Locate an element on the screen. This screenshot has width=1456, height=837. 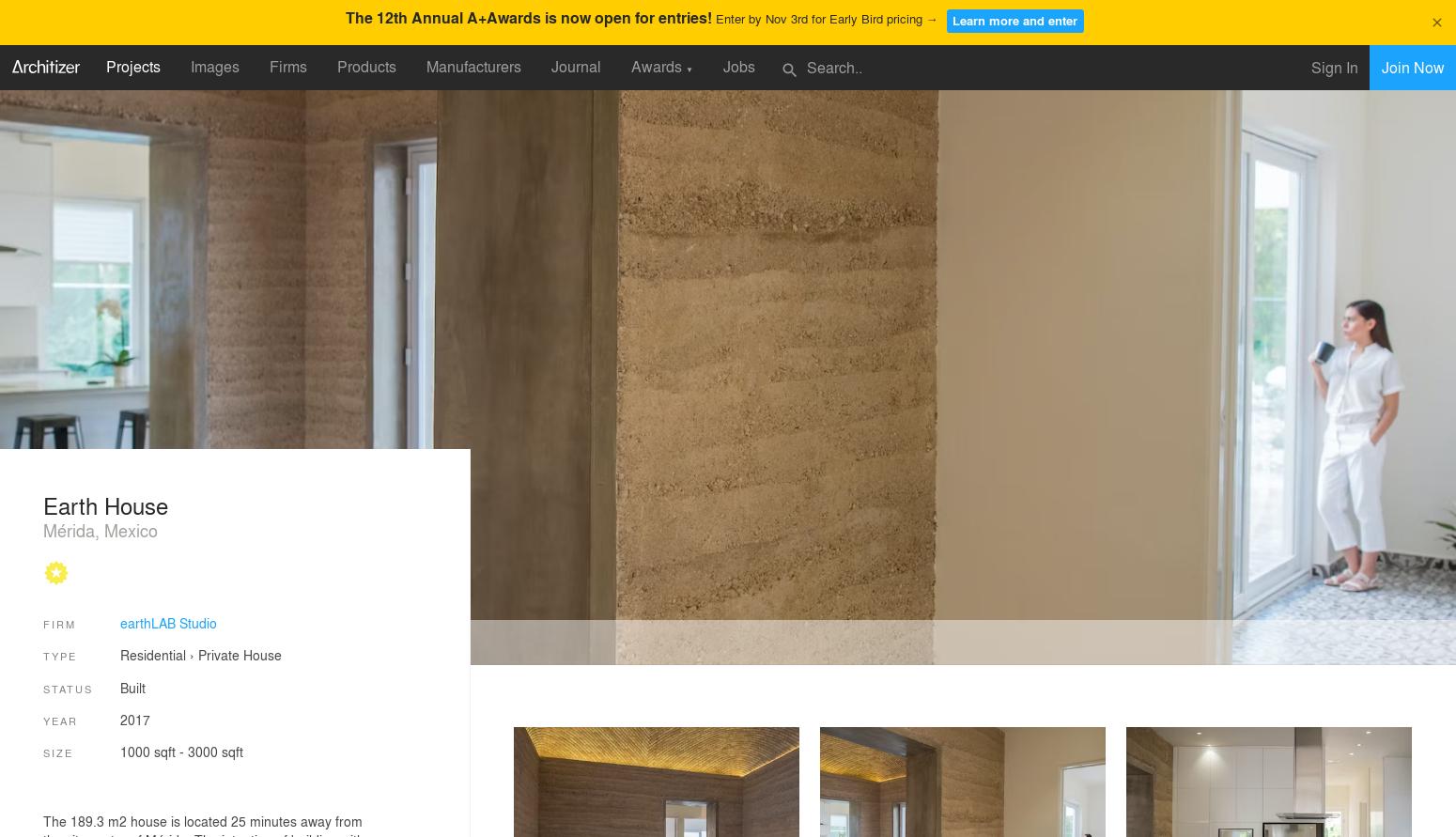
'Earth House' is located at coordinates (105, 504).